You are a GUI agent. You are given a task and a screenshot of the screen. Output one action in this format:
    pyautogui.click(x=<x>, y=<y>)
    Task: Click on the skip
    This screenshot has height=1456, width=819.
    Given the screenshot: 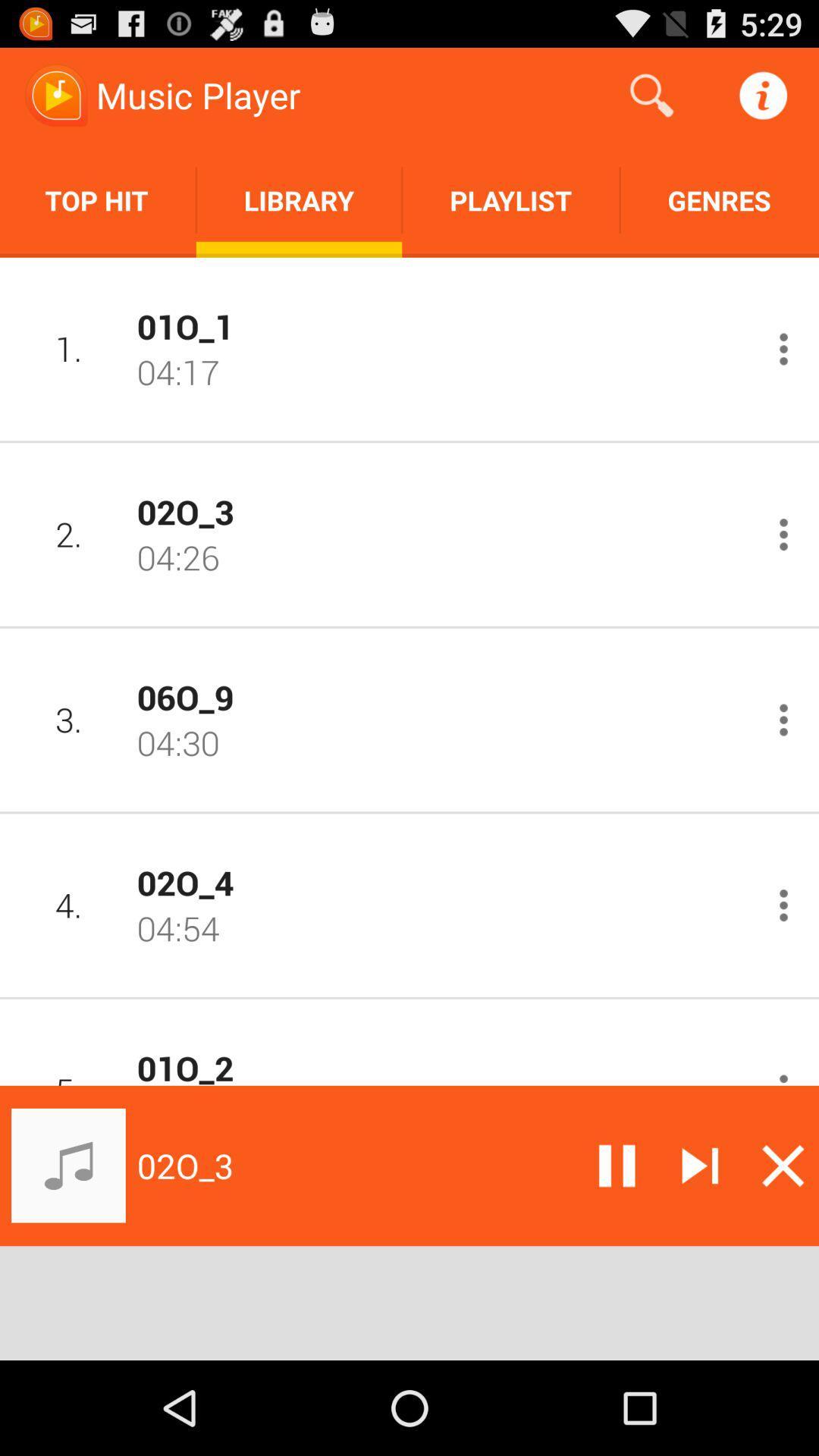 What is the action you would take?
    pyautogui.click(x=700, y=1165)
    